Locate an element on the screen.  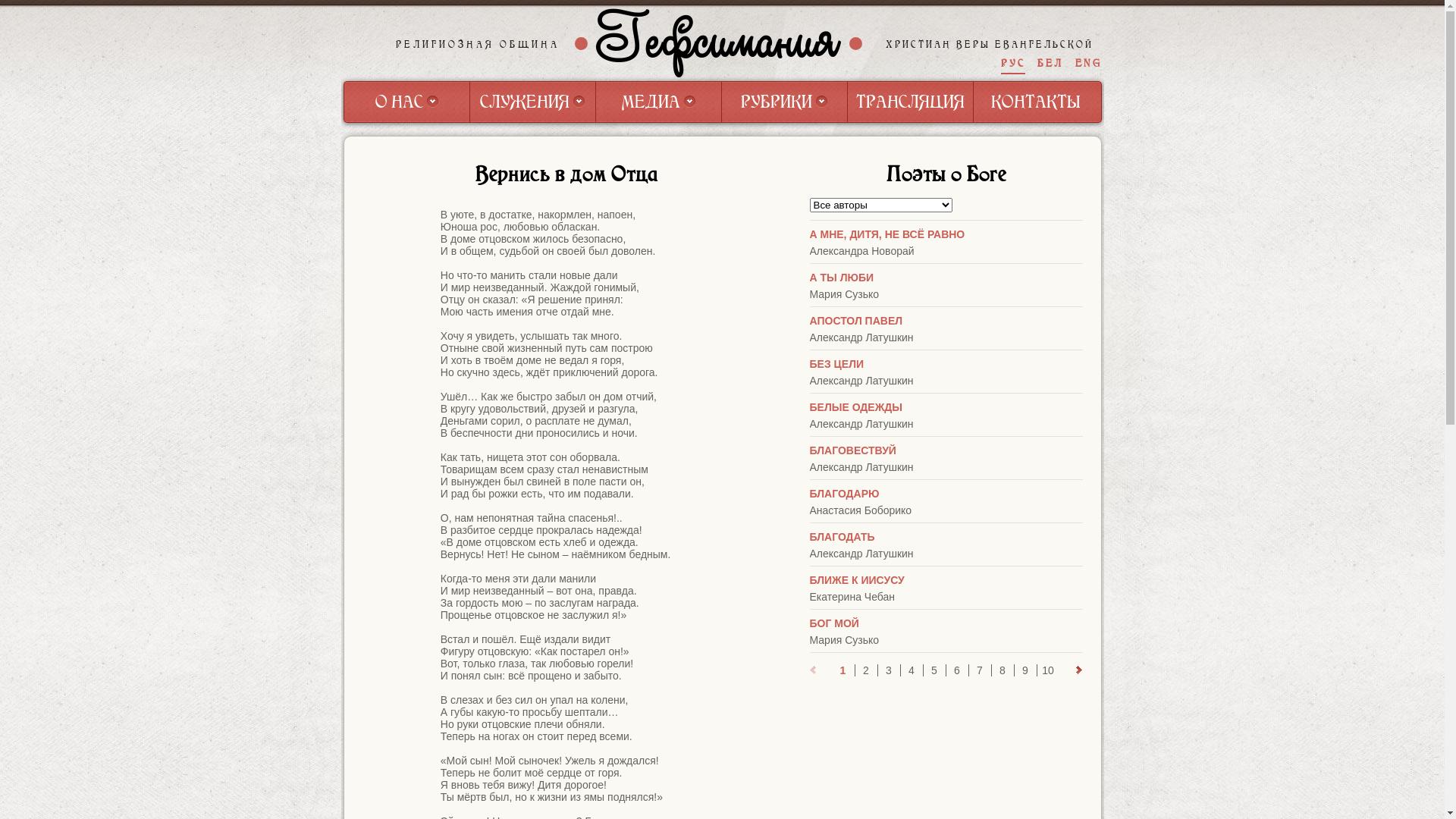
'ENG' is located at coordinates (1087, 62).